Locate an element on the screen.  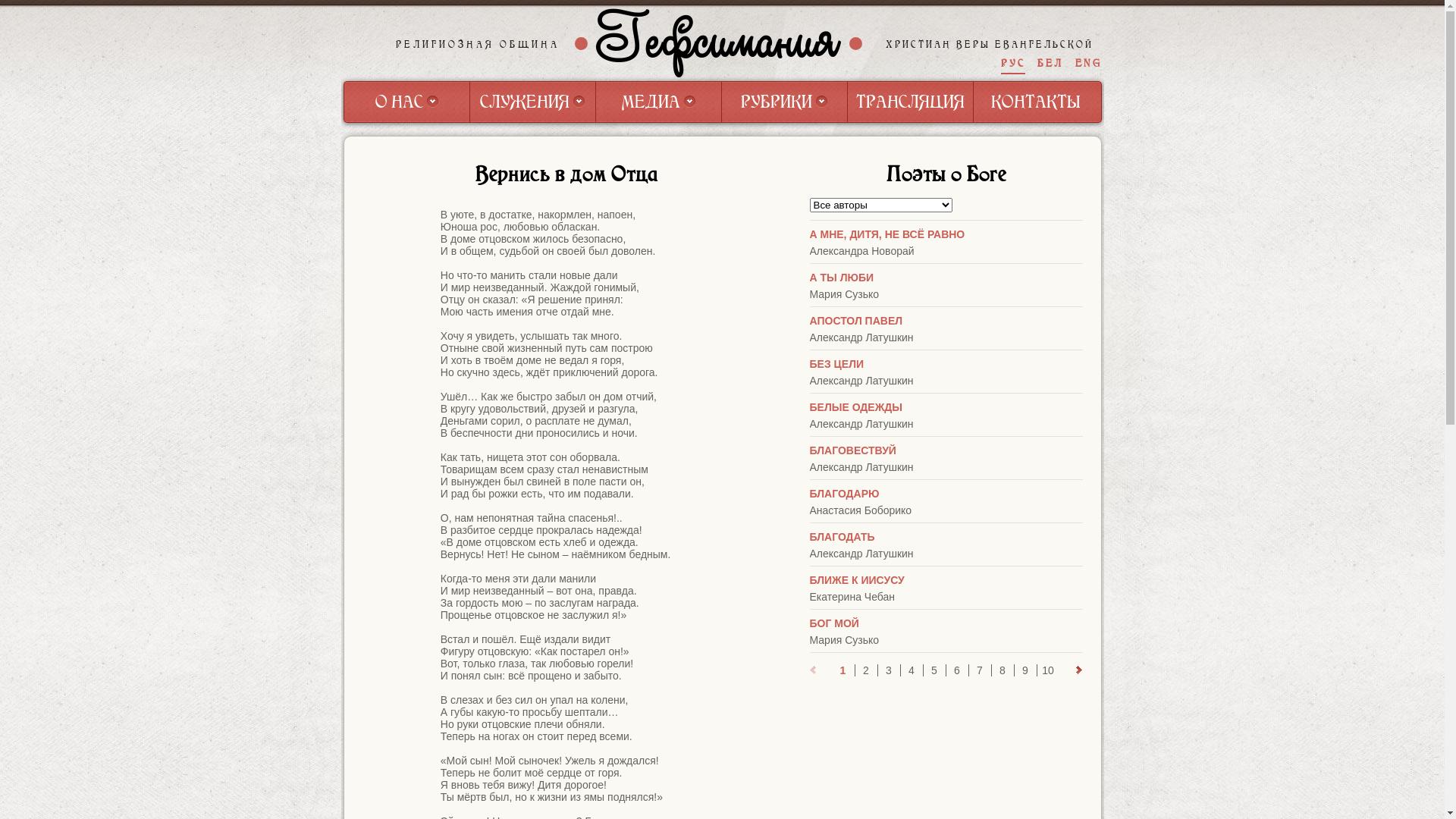
'ENG' is located at coordinates (1087, 62).